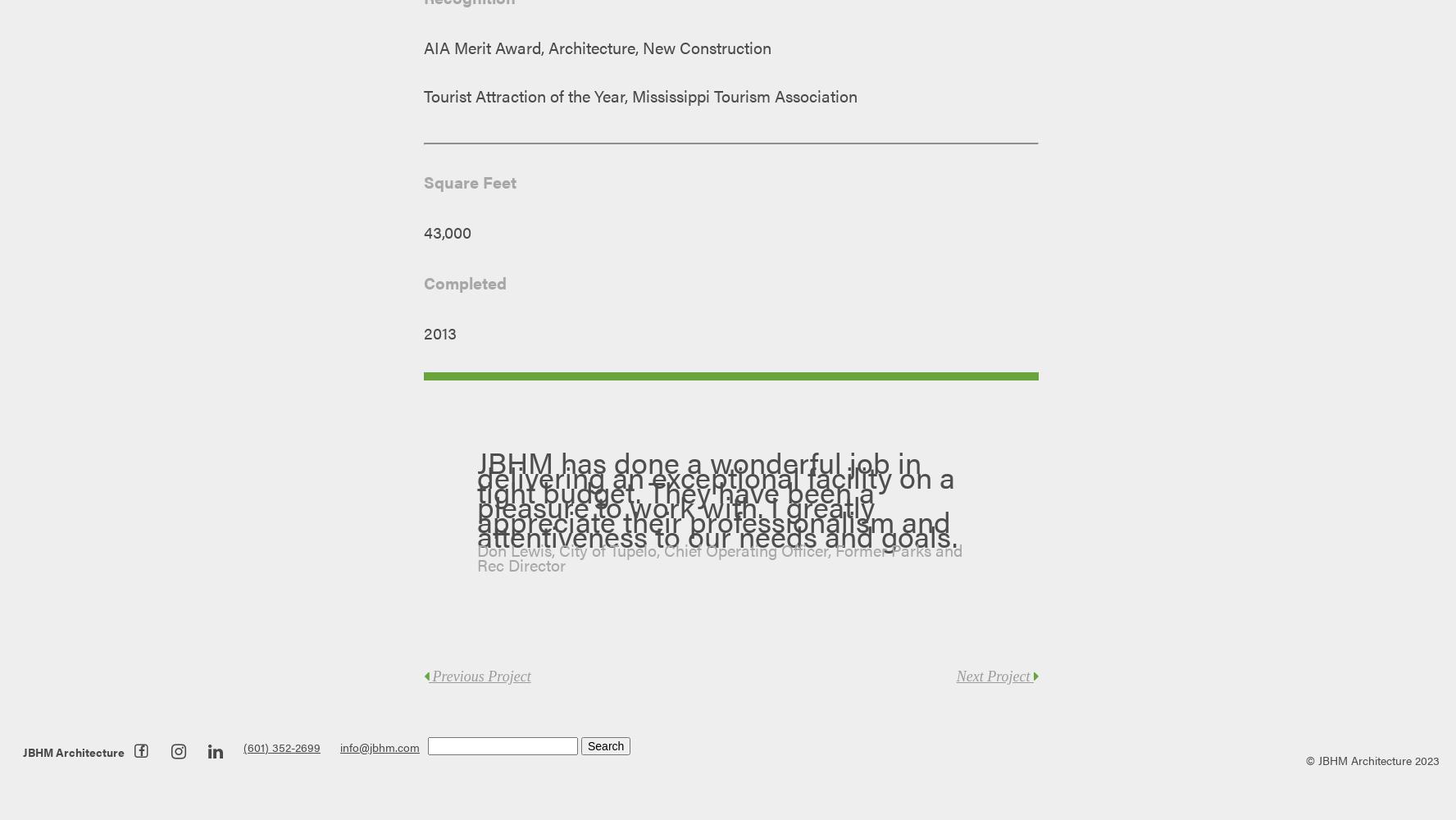 This screenshot has width=1456, height=820. What do you see at coordinates (1372, 760) in the screenshot?
I see `'© JBHM Architecture 2023'` at bounding box center [1372, 760].